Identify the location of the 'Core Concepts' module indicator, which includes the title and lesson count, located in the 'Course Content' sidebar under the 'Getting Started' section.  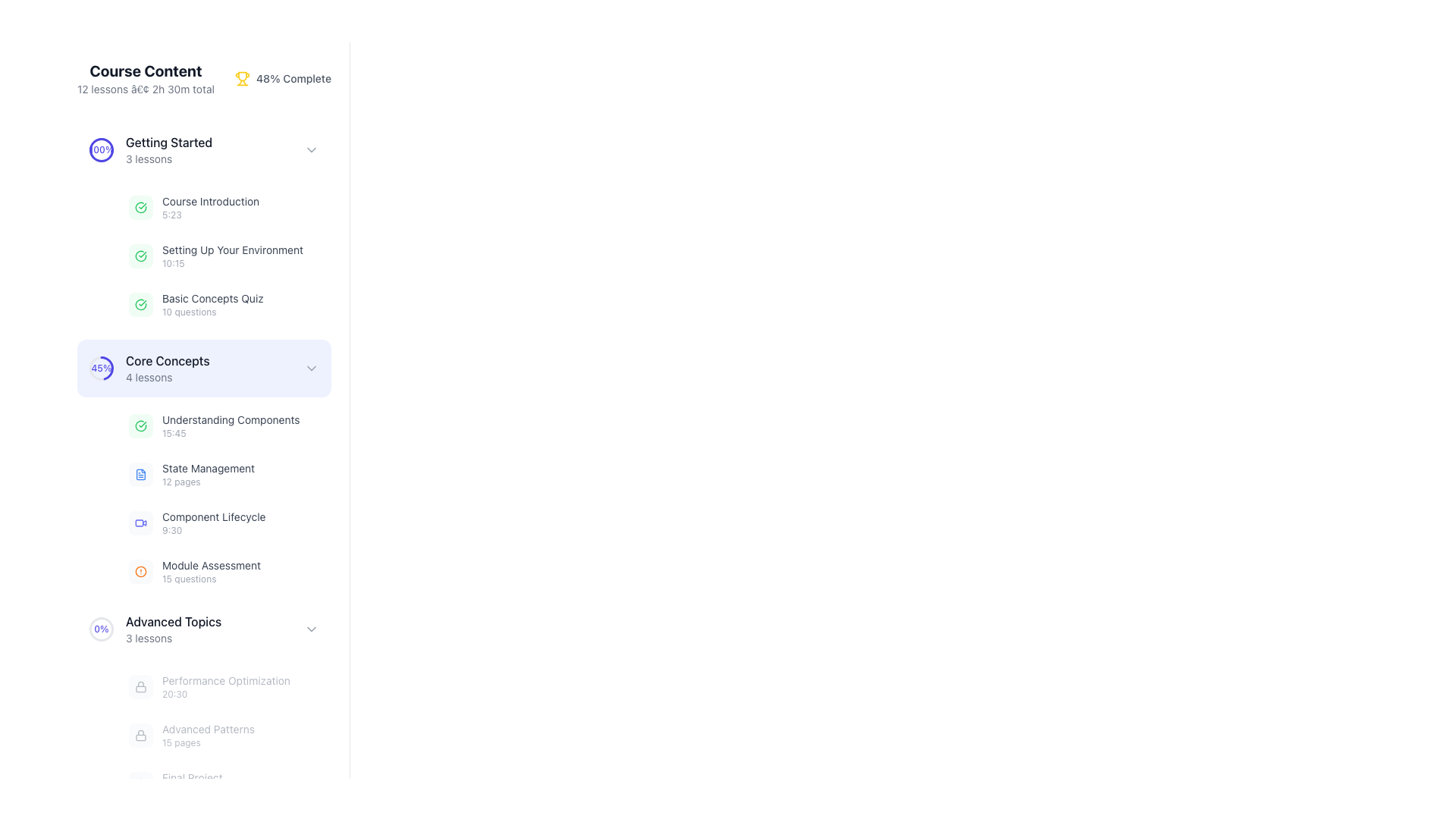
(168, 369).